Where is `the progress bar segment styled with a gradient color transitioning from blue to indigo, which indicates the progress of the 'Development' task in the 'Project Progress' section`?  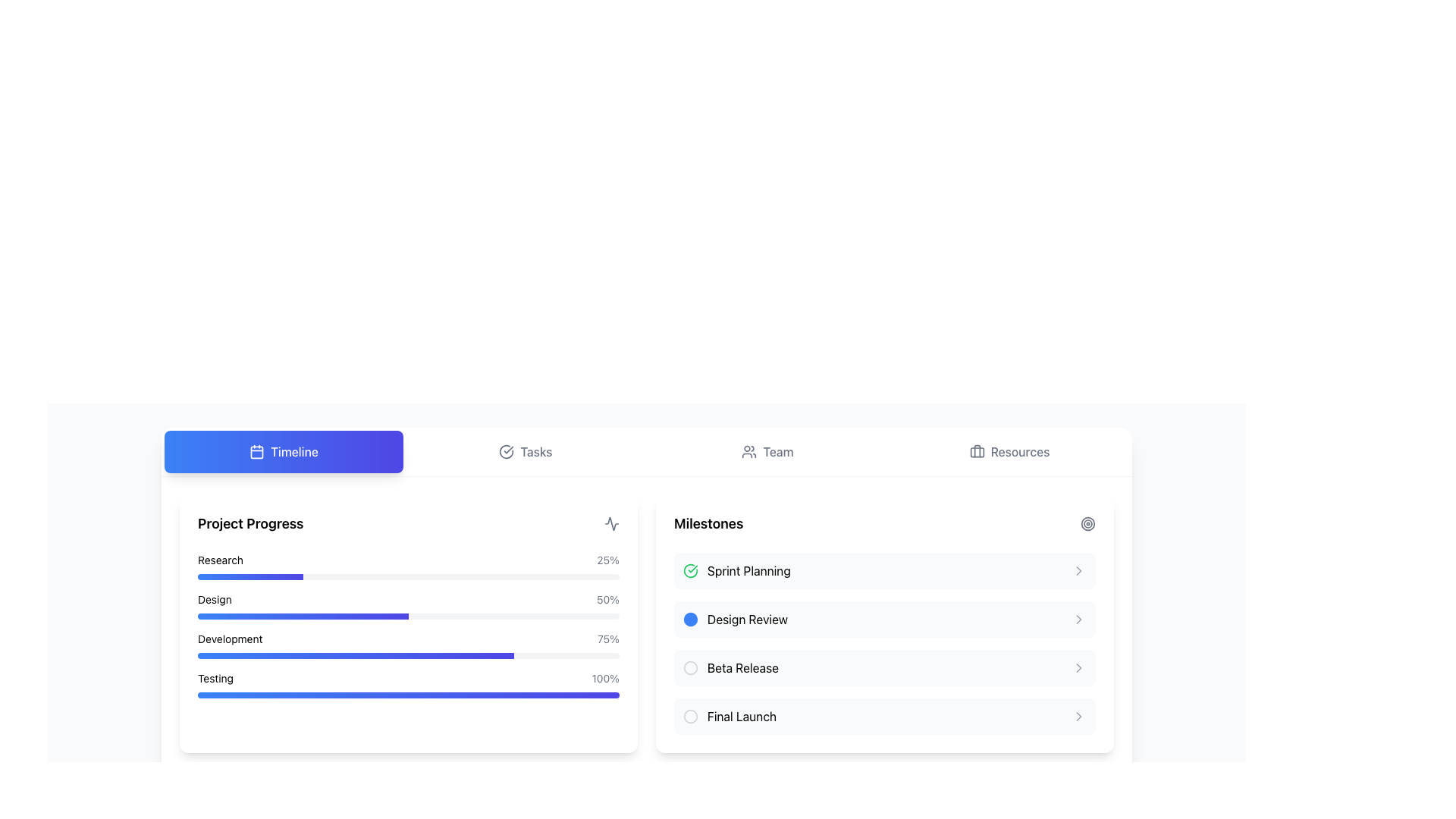 the progress bar segment styled with a gradient color transitioning from blue to indigo, which indicates the progress of the 'Development' task in the 'Project Progress' section is located at coordinates (355, 654).